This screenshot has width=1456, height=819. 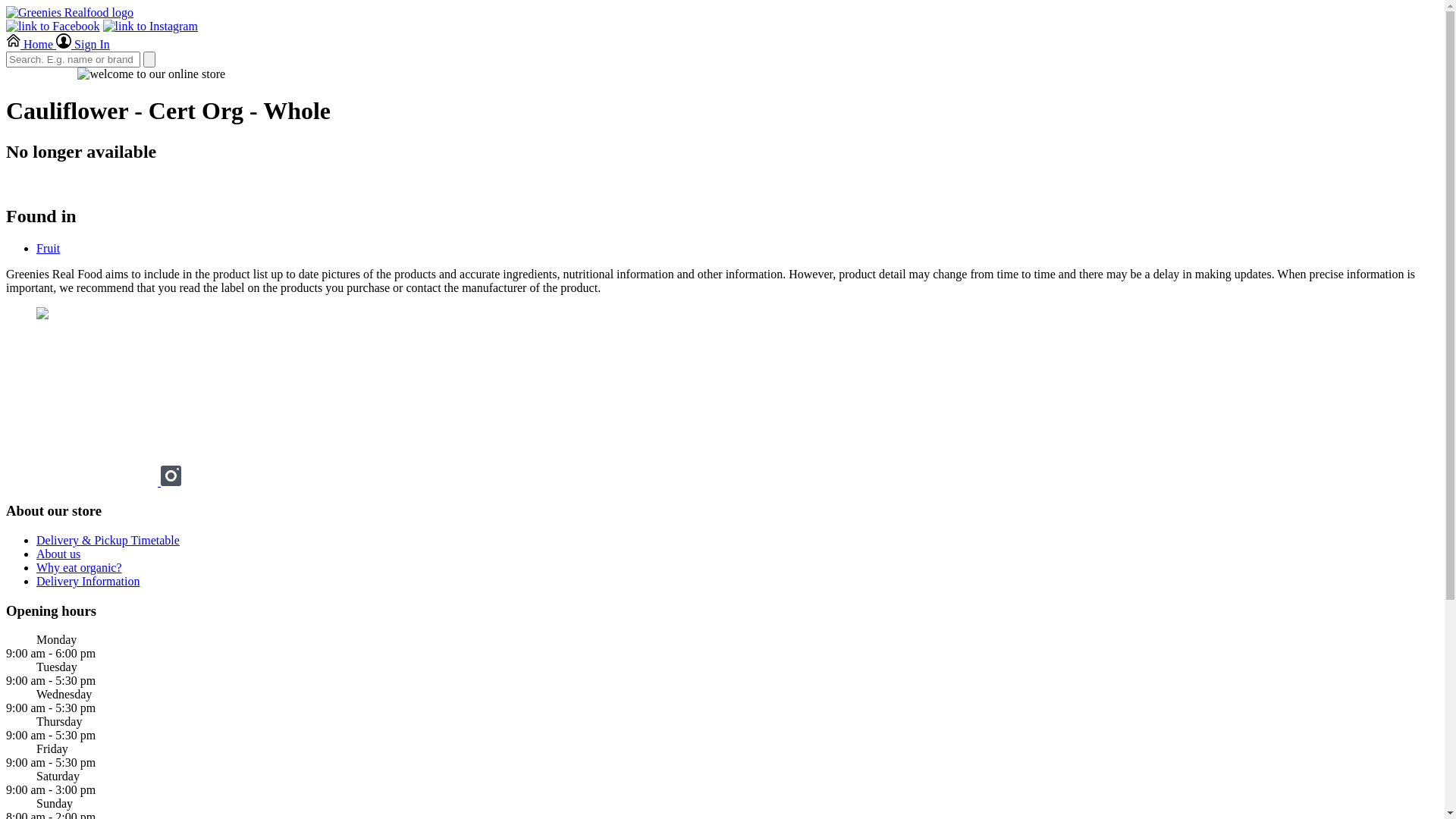 What do you see at coordinates (86, 580) in the screenshot?
I see `'Delivery Information'` at bounding box center [86, 580].